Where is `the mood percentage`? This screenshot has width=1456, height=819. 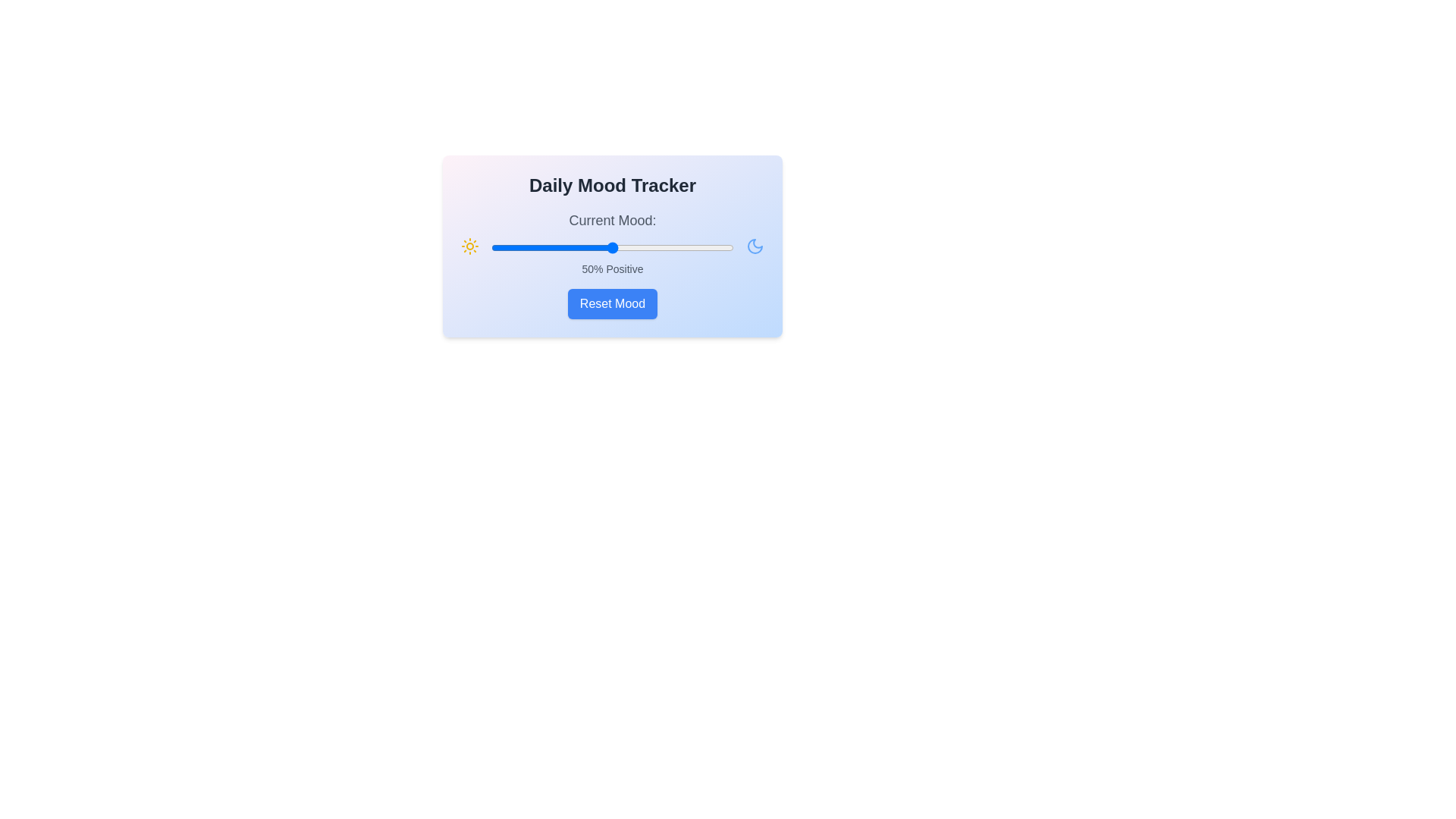
the mood percentage is located at coordinates (558, 247).